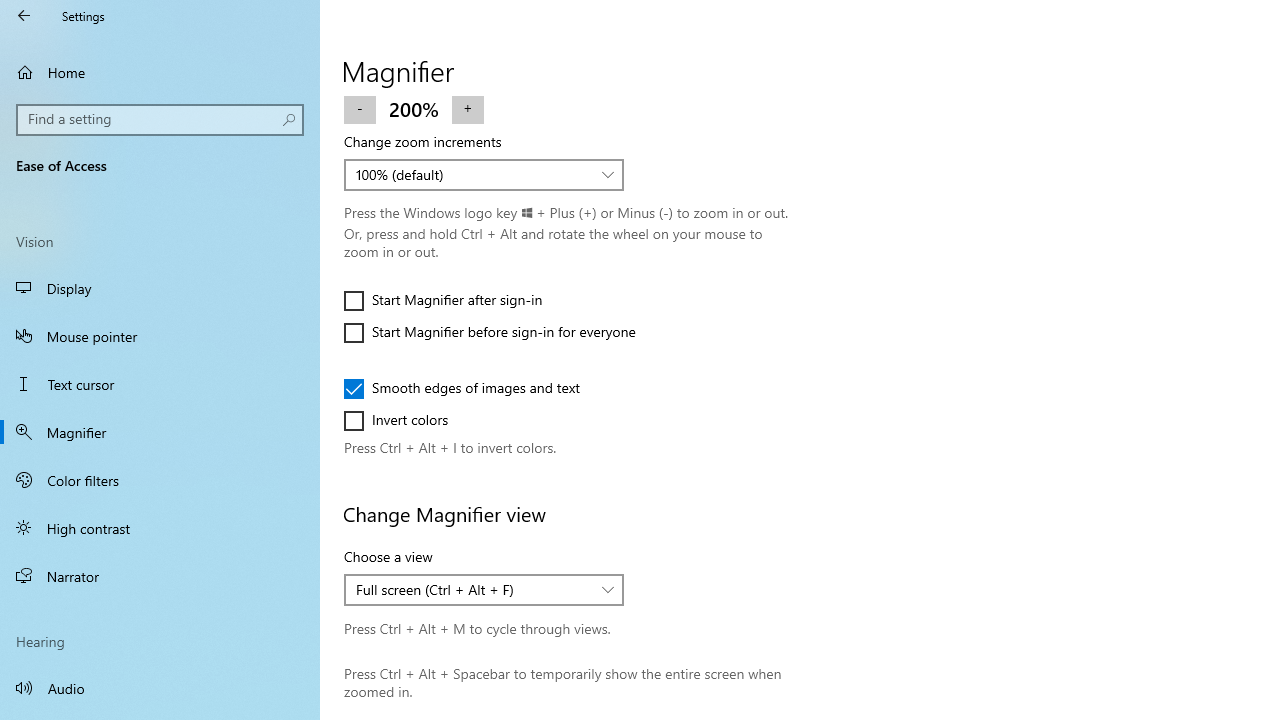 Image resolution: width=1280 pixels, height=720 pixels. What do you see at coordinates (160, 576) in the screenshot?
I see `'Narrator'` at bounding box center [160, 576].